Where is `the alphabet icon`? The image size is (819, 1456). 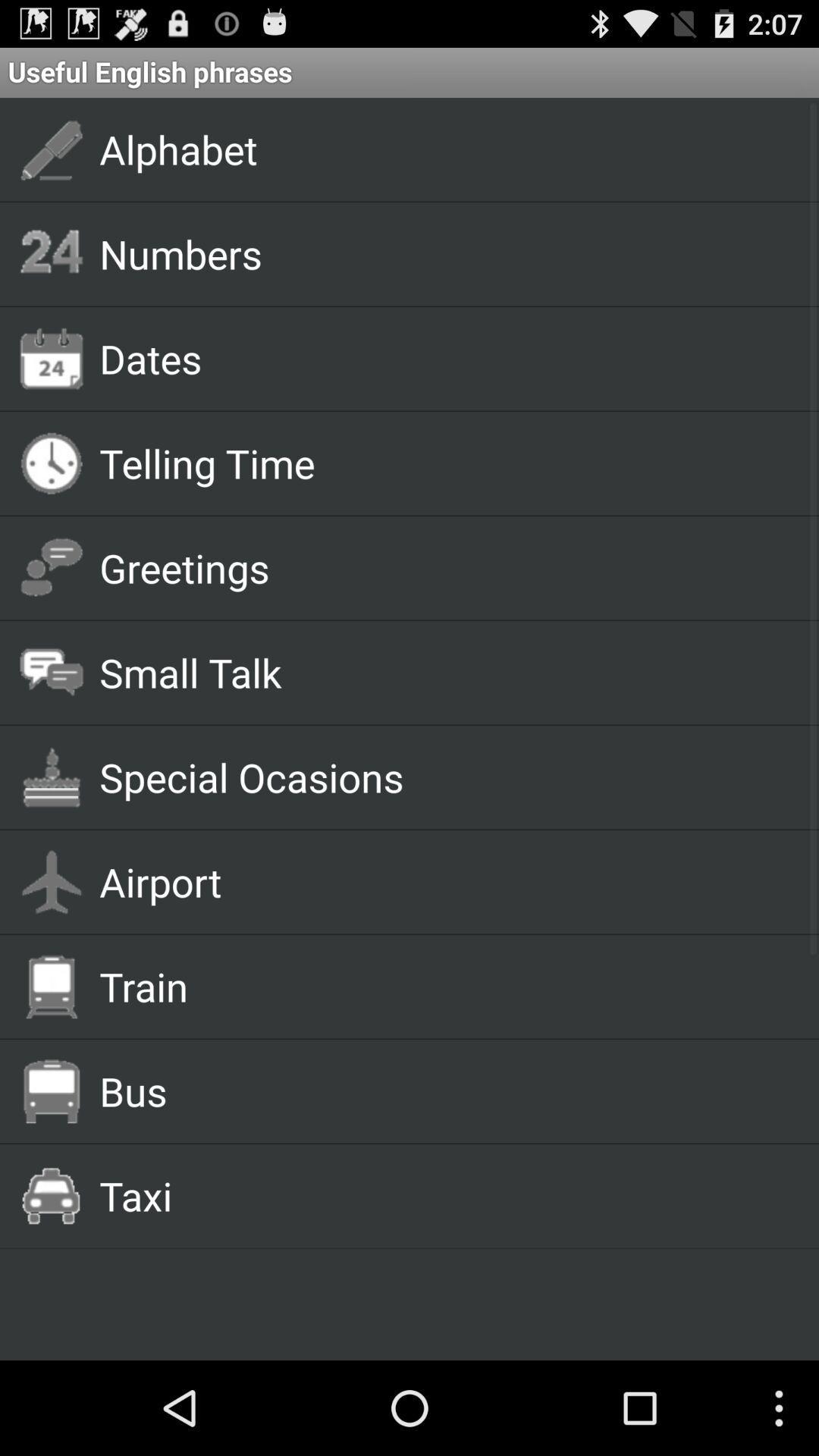
the alphabet icon is located at coordinates (441, 149).